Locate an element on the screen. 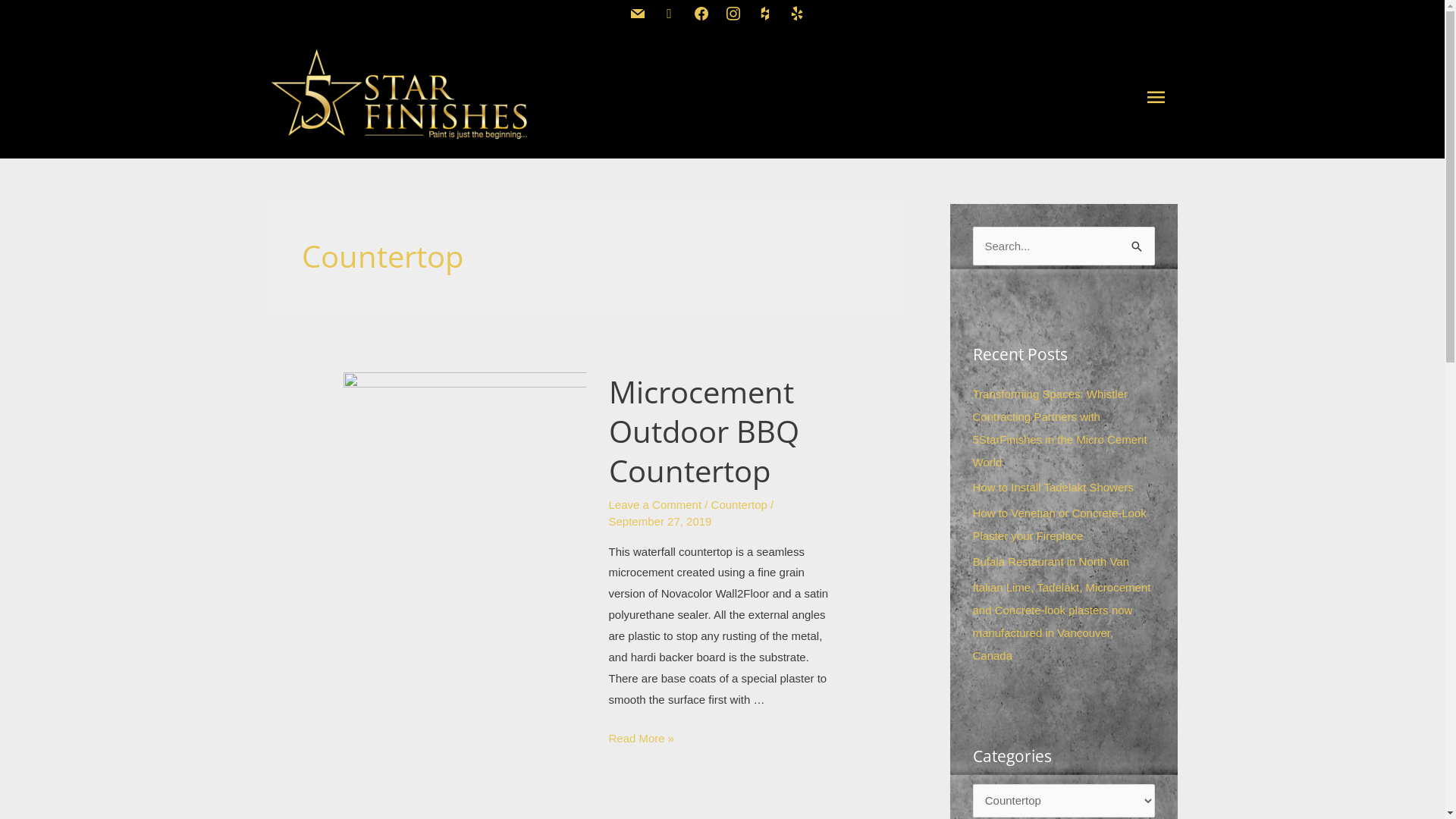 Image resolution: width=1456 pixels, height=819 pixels. 'How to Install Tadelakt Showers' is located at coordinates (1051, 487).